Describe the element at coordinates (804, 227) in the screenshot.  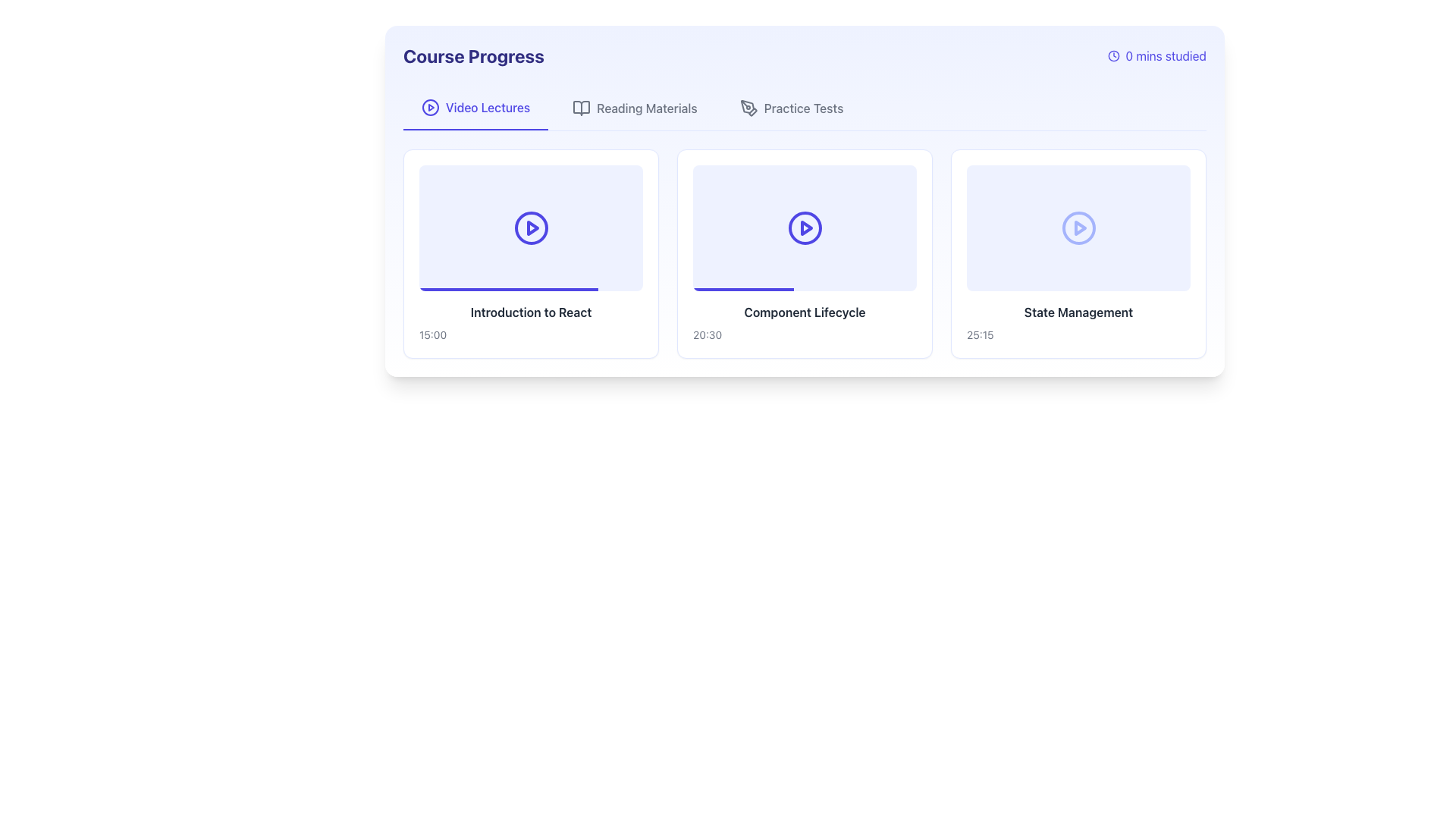
I see `the video thumbnail for 'Component Lifecycle' to play the video` at that location.